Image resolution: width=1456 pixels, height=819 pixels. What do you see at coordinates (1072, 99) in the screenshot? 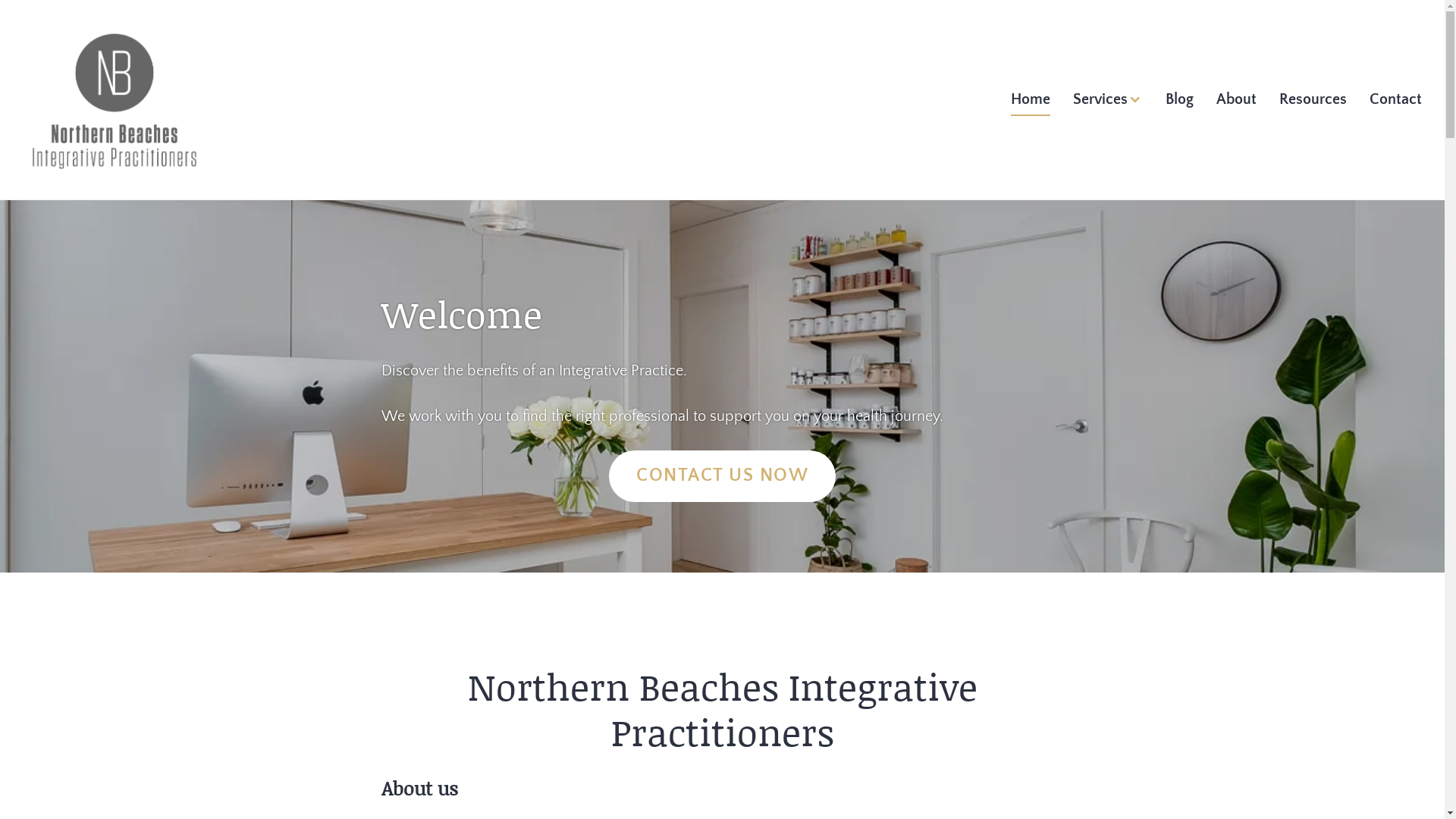
I see `'Services'` at bounding box center [1072, 99].